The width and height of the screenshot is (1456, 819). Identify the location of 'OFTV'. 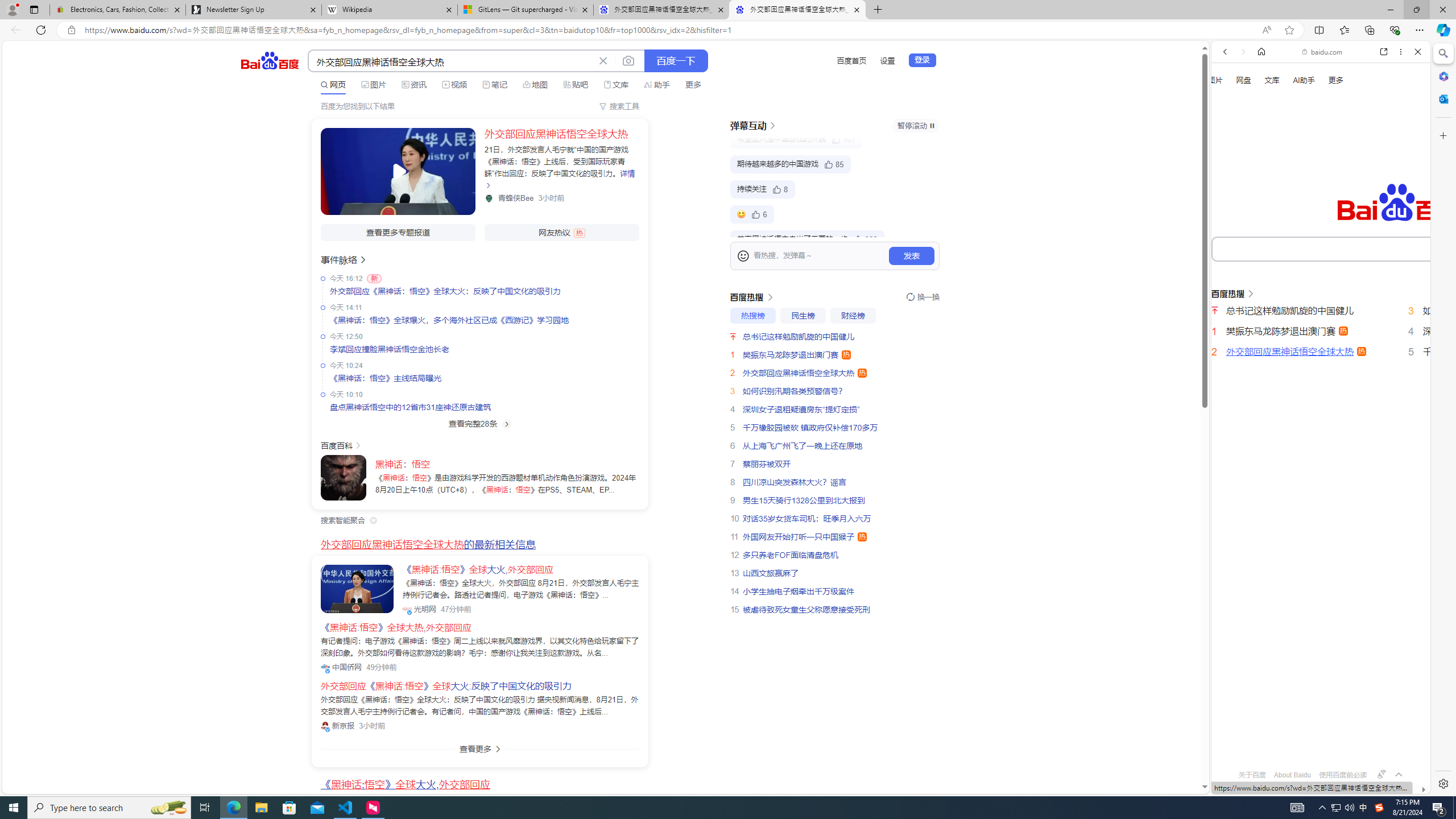
(1316, 743).